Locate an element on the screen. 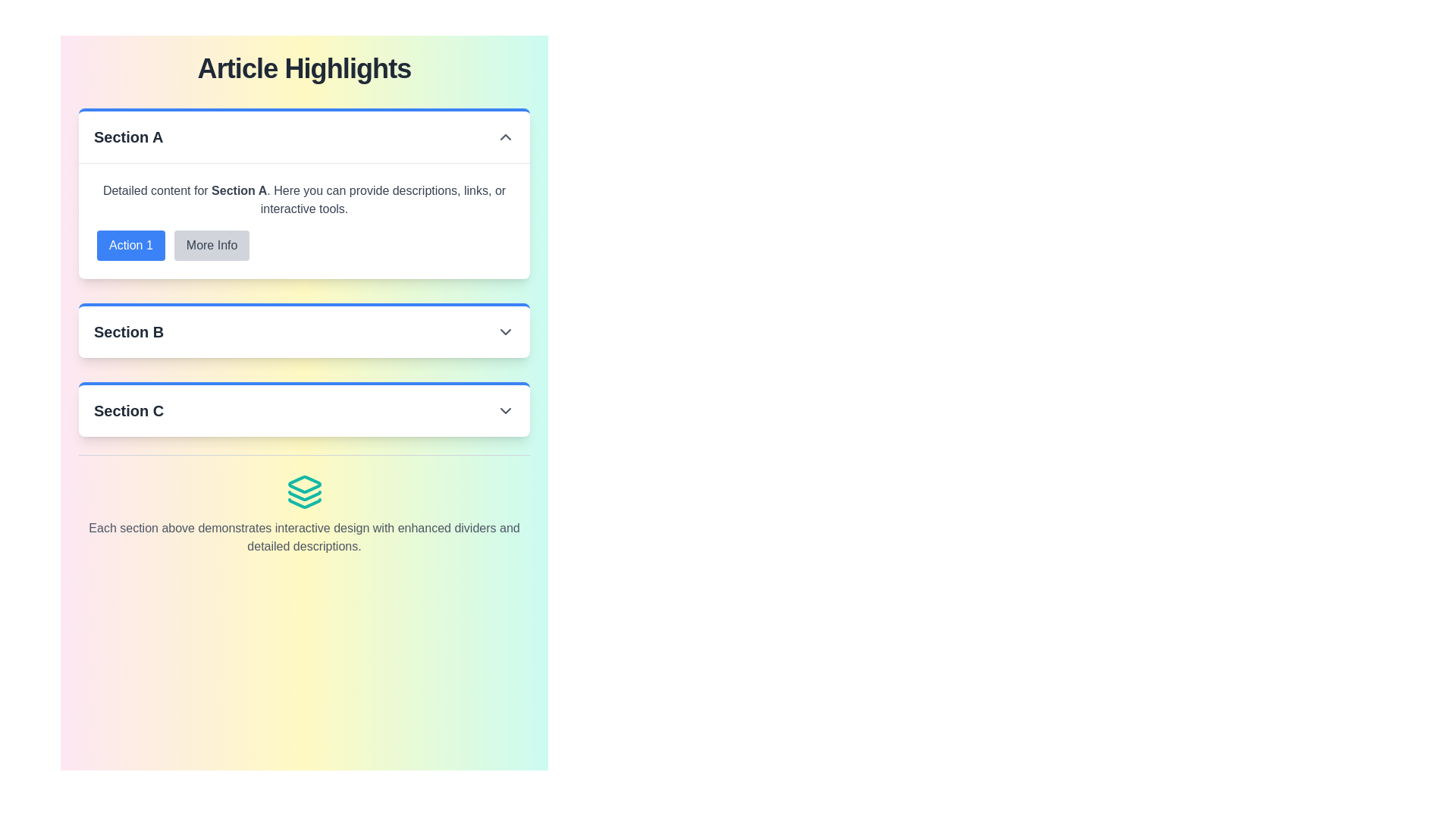 Image resolution: width=1456 pixels, height=819 pixels. the button that triggers 'Action 1' is located at coordinates (130, 245).